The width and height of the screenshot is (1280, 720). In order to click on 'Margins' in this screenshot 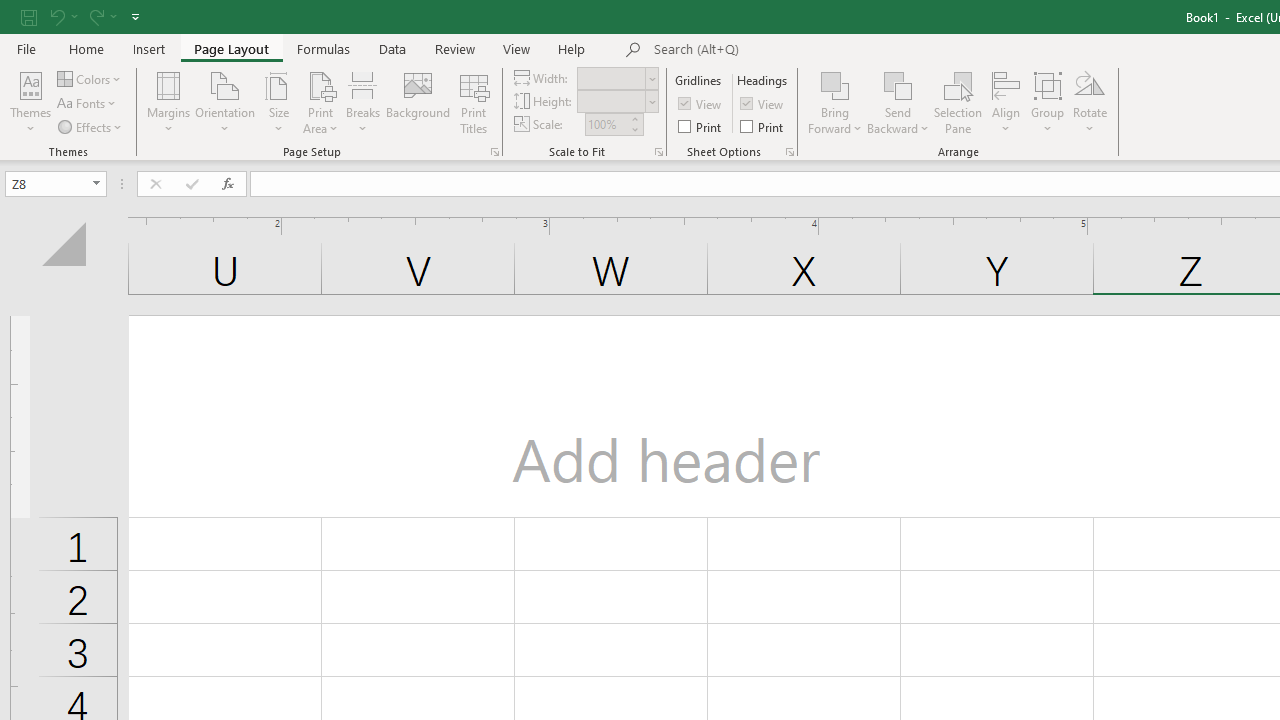, I will do `click(168, 103)`.